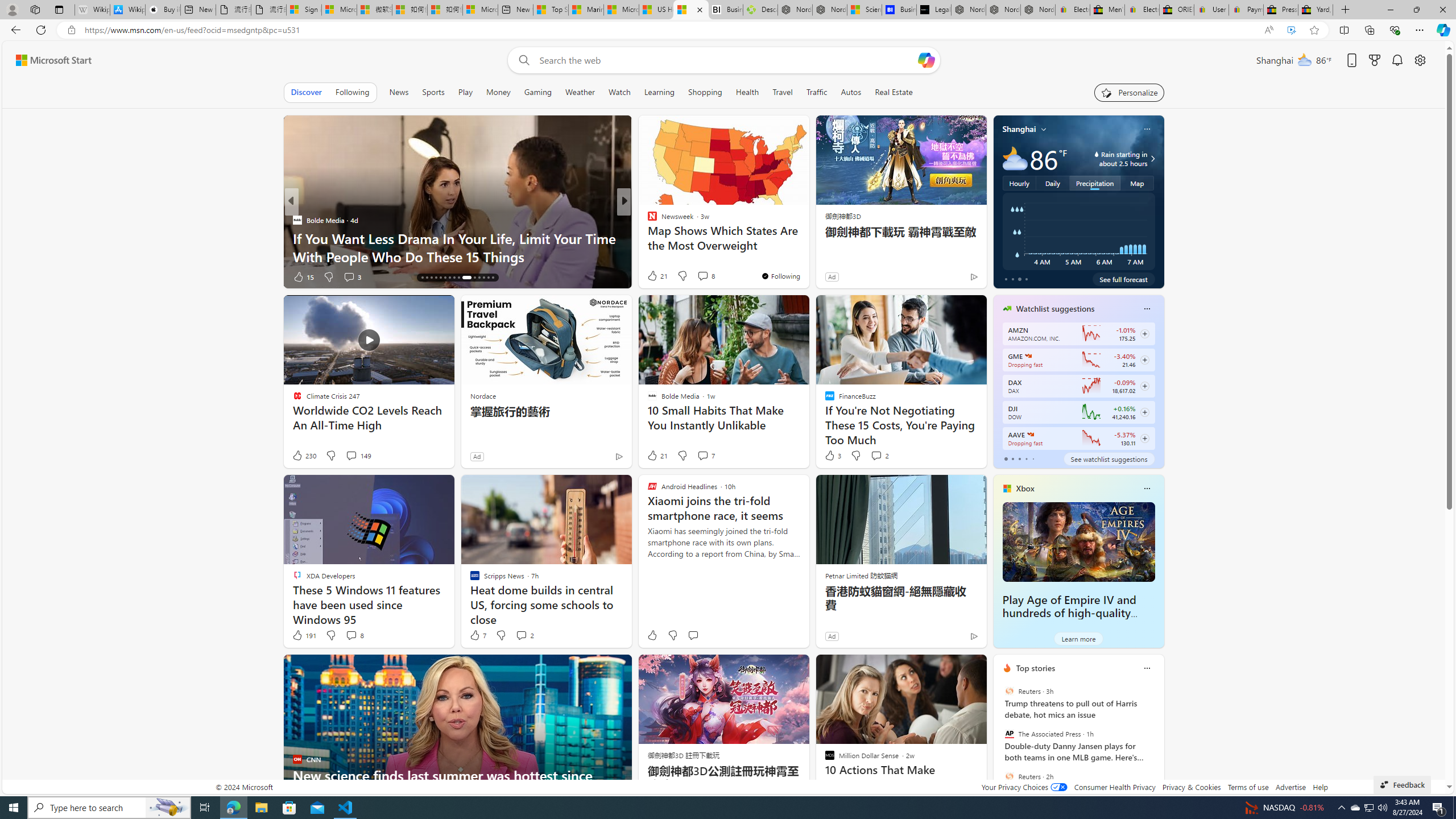 This screenshot has height=819, width=1456. I want to click on 'View comments 7 Comment', so click(702, 455).